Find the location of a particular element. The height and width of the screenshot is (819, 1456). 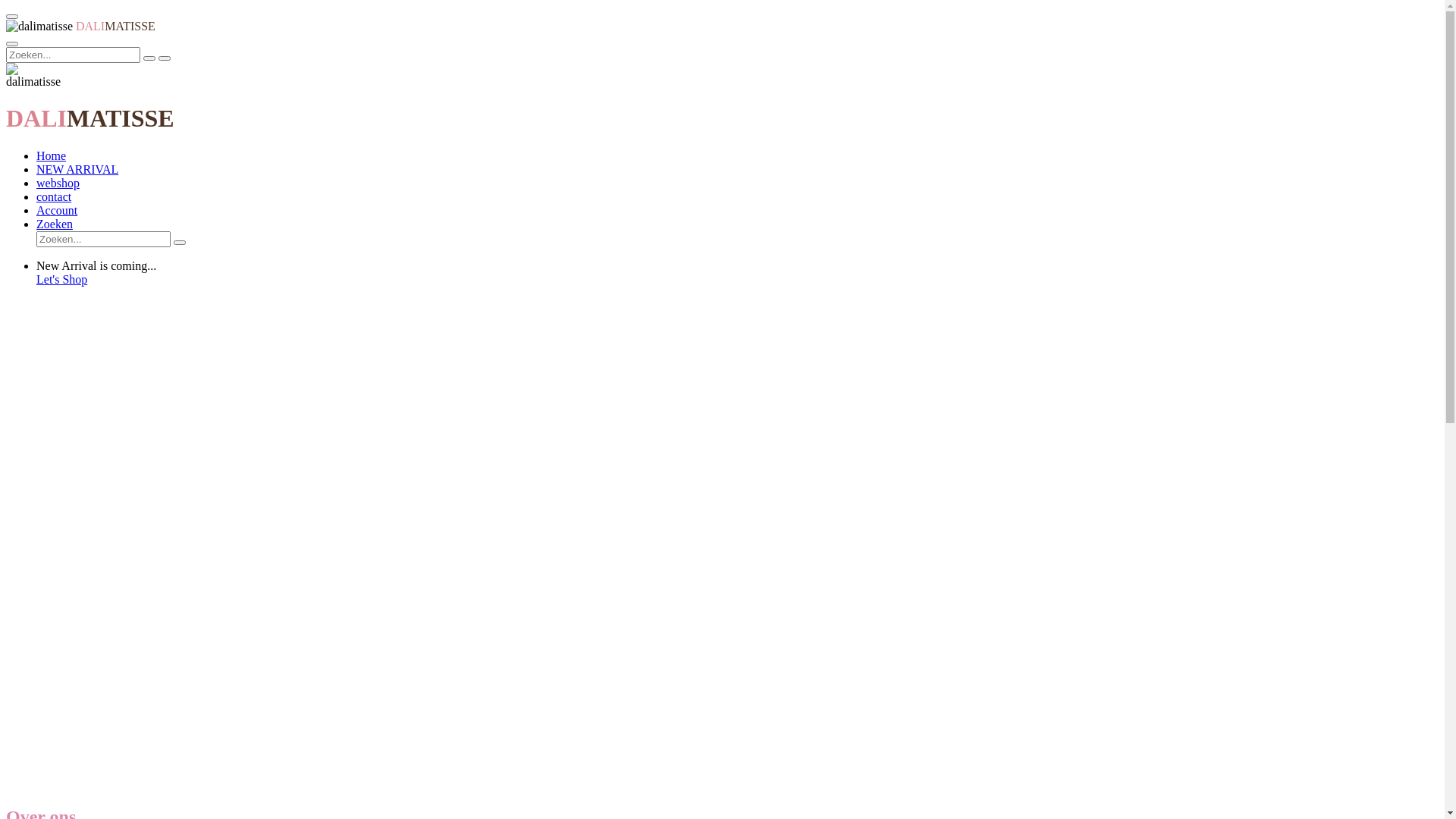

'Home' is located at coordinates (51, 155).